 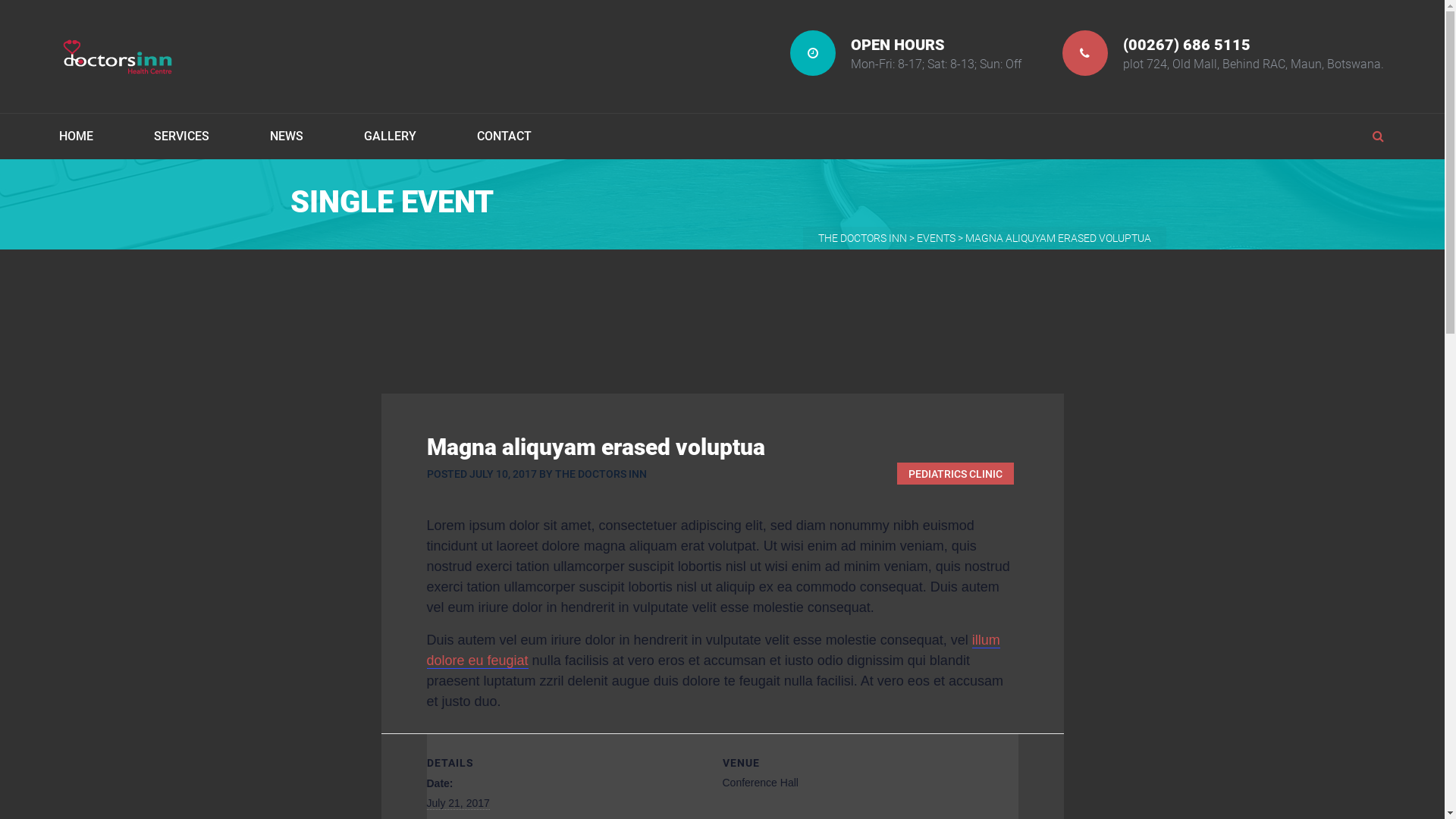 What do you see at coordinates (287, 136) in the screenshot?
I see `'NEWS'` at bounding box center [287, 136].